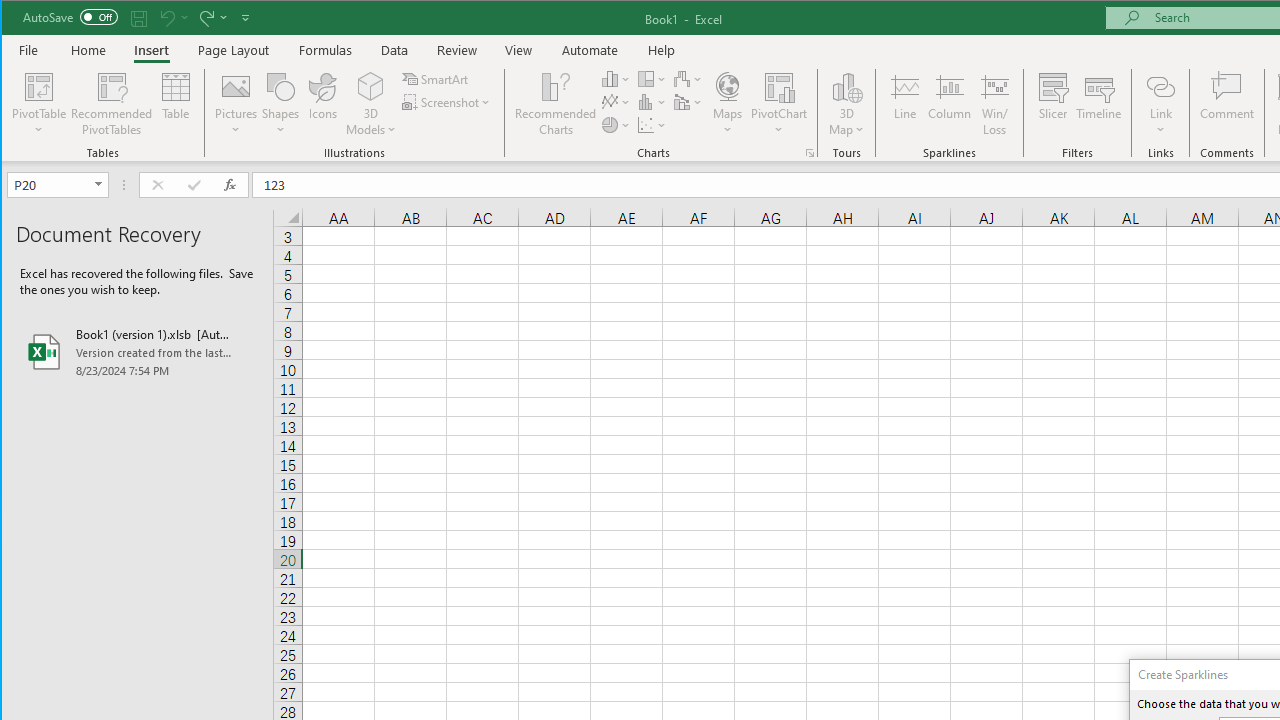 The width and height of the screenshot is (1280, 720). What do you see at coordinates (688, 102) in the screenshot?
I see `'Insert Combo Chart'` at bounding box center [688, 102].